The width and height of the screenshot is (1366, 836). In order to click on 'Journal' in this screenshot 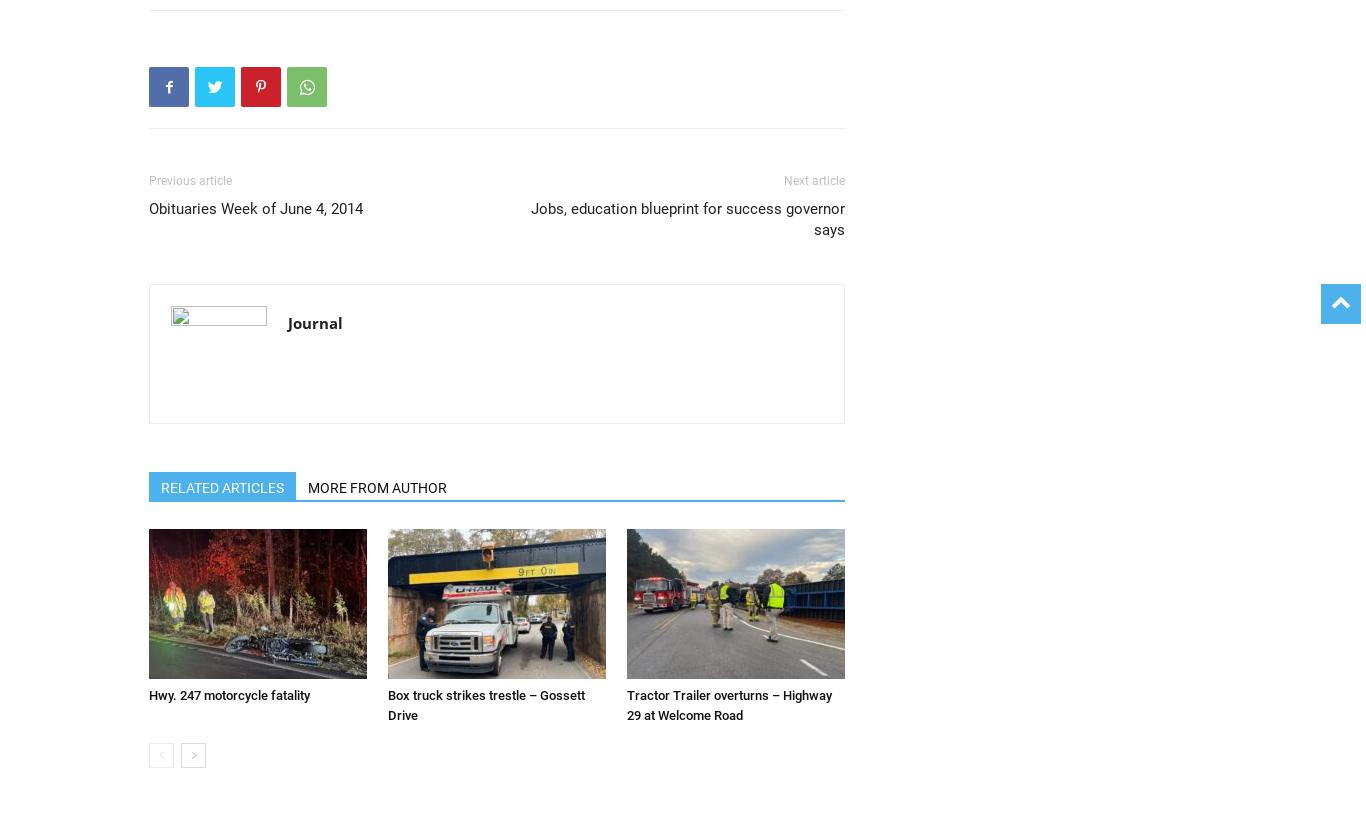, I will do `click(315, 322)`.